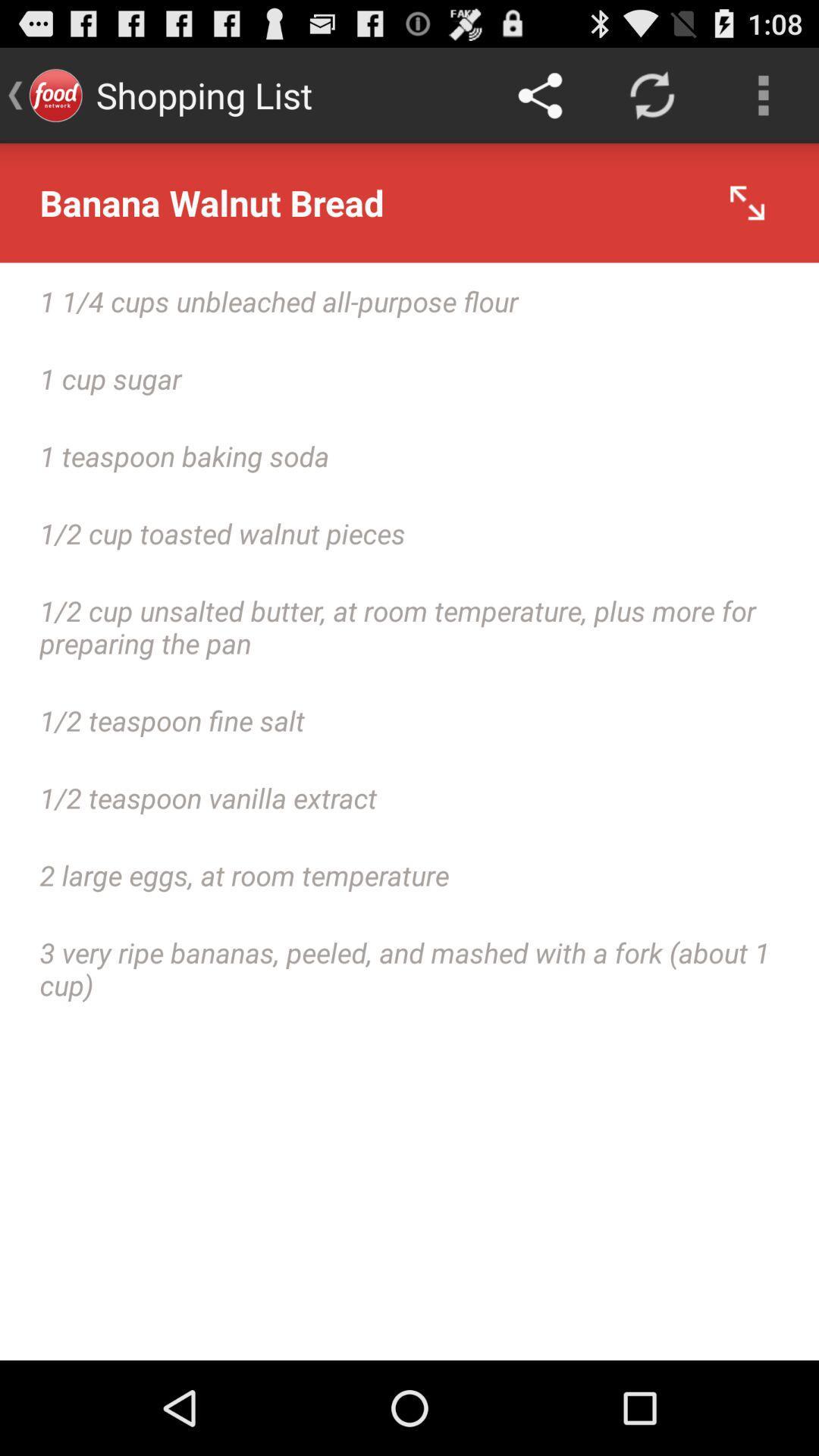 This screenshot has width=819, height=1456. I want to click on app above the banana walnut bread, so click(651, 94).